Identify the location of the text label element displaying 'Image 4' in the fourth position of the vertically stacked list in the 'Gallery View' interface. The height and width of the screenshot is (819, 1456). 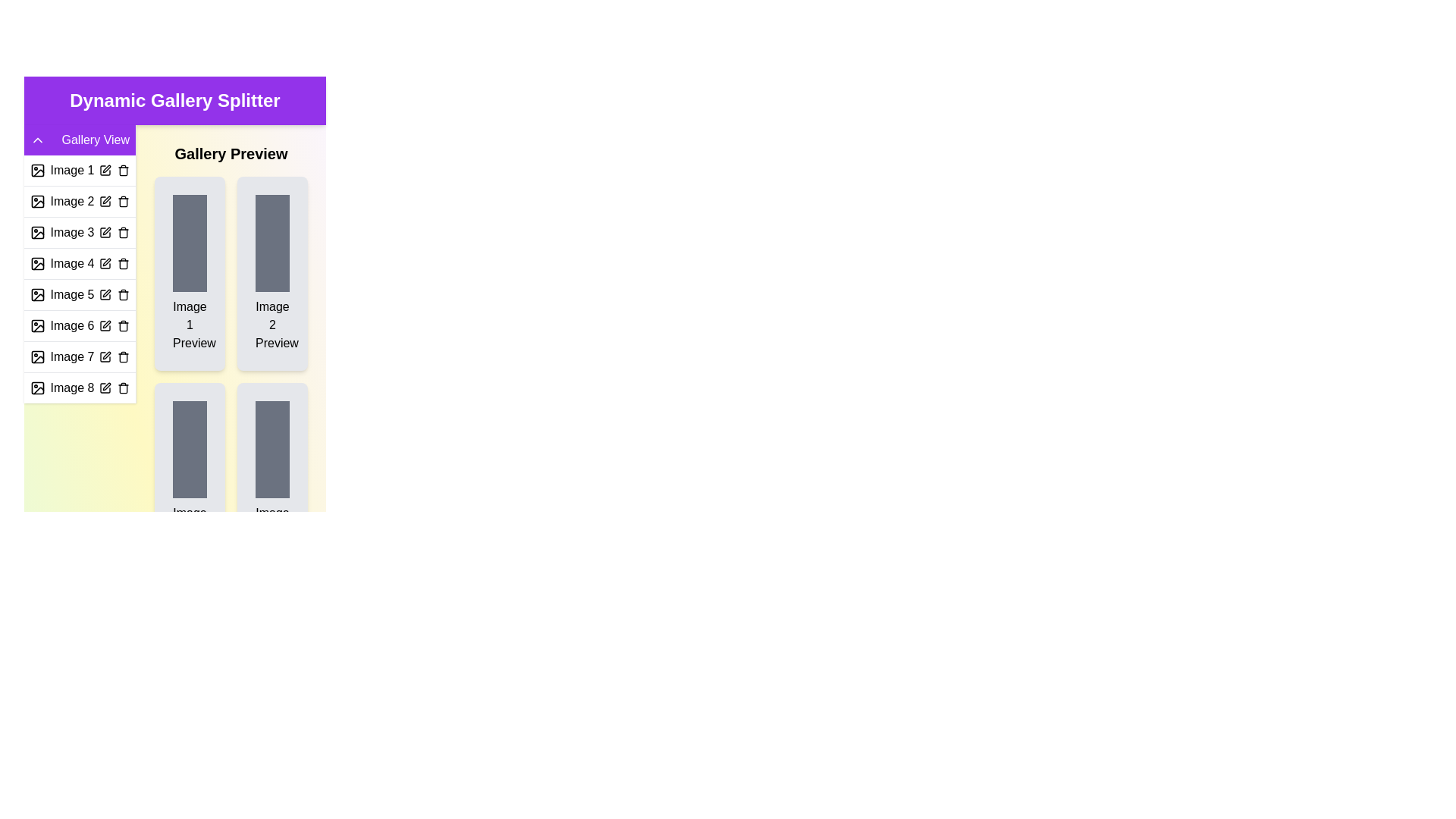
(71, 262).